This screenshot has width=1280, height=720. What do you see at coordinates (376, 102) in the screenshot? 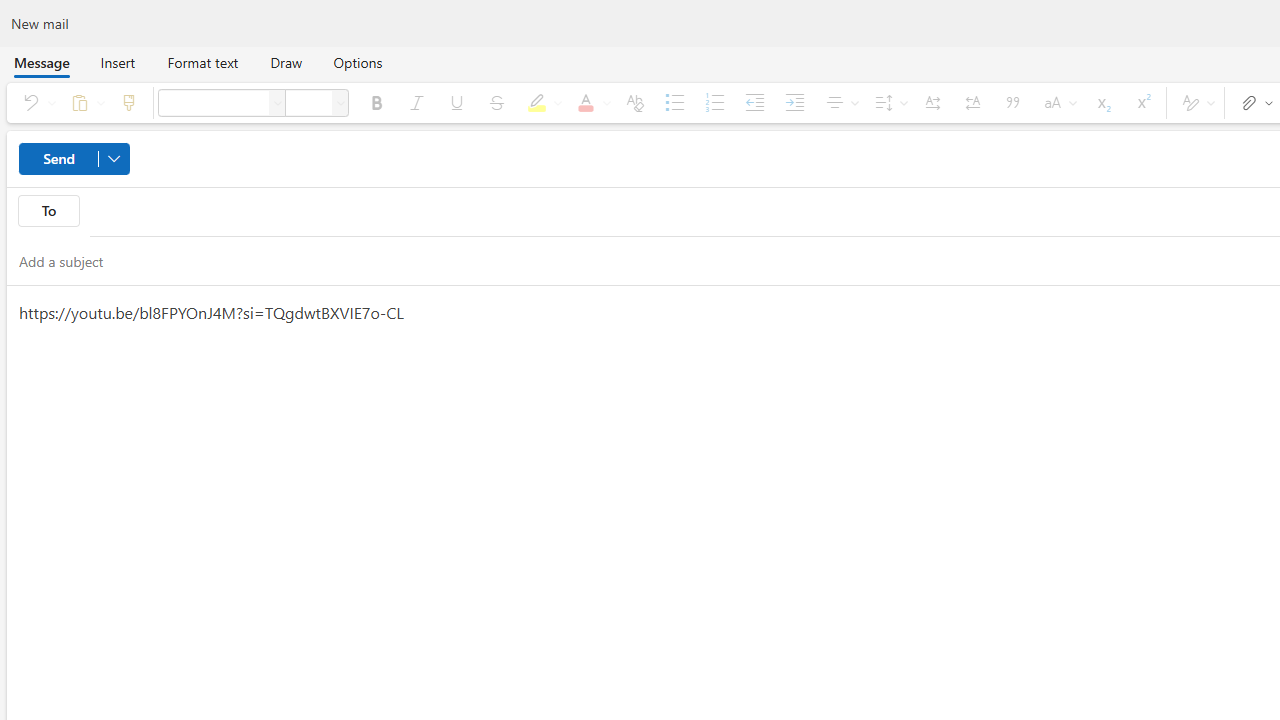
I see `'Bold'` at bounding box center [376, 102].